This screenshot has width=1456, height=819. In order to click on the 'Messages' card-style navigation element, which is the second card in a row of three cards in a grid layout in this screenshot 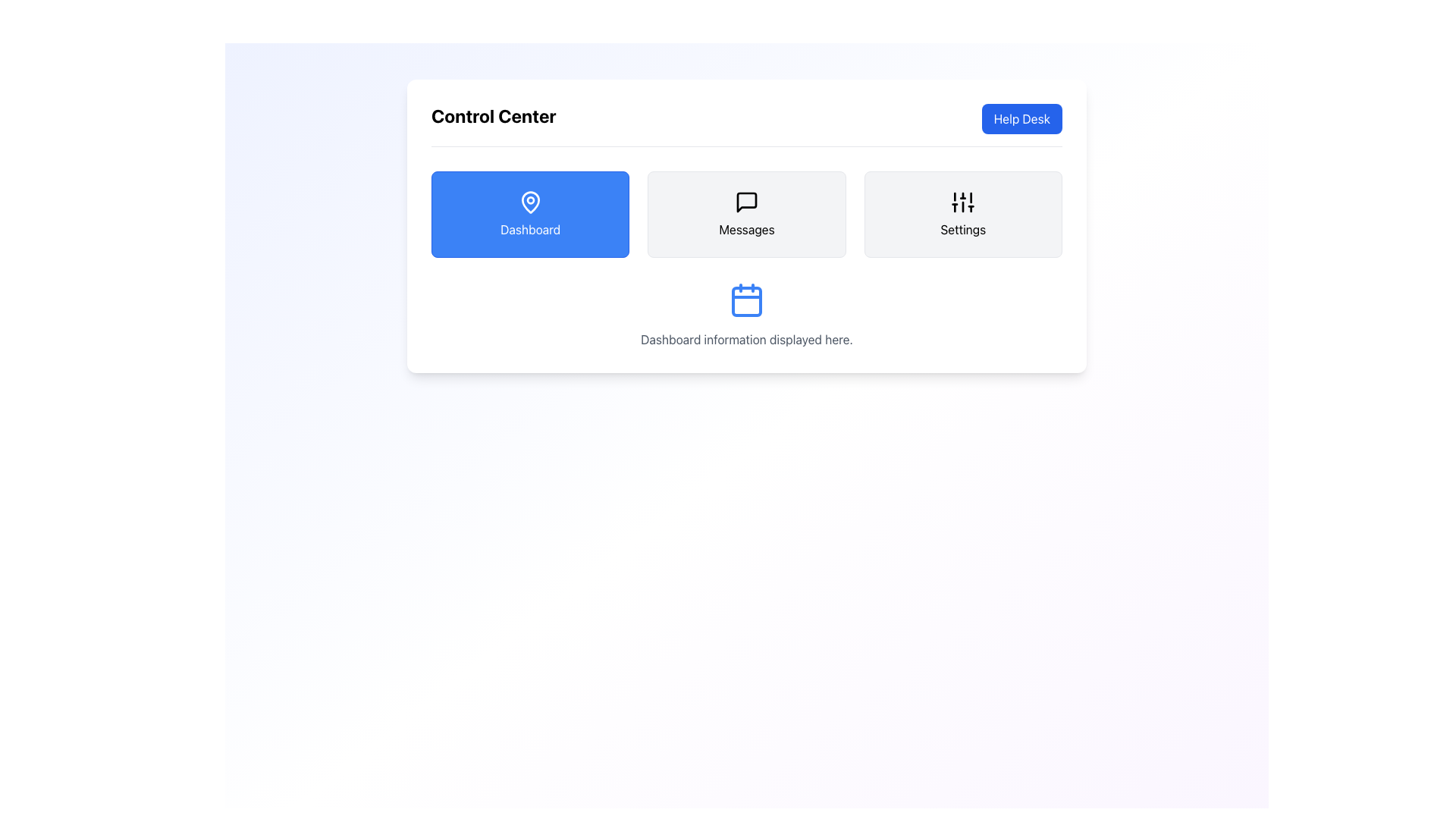, I will do `click(745, 214)`.